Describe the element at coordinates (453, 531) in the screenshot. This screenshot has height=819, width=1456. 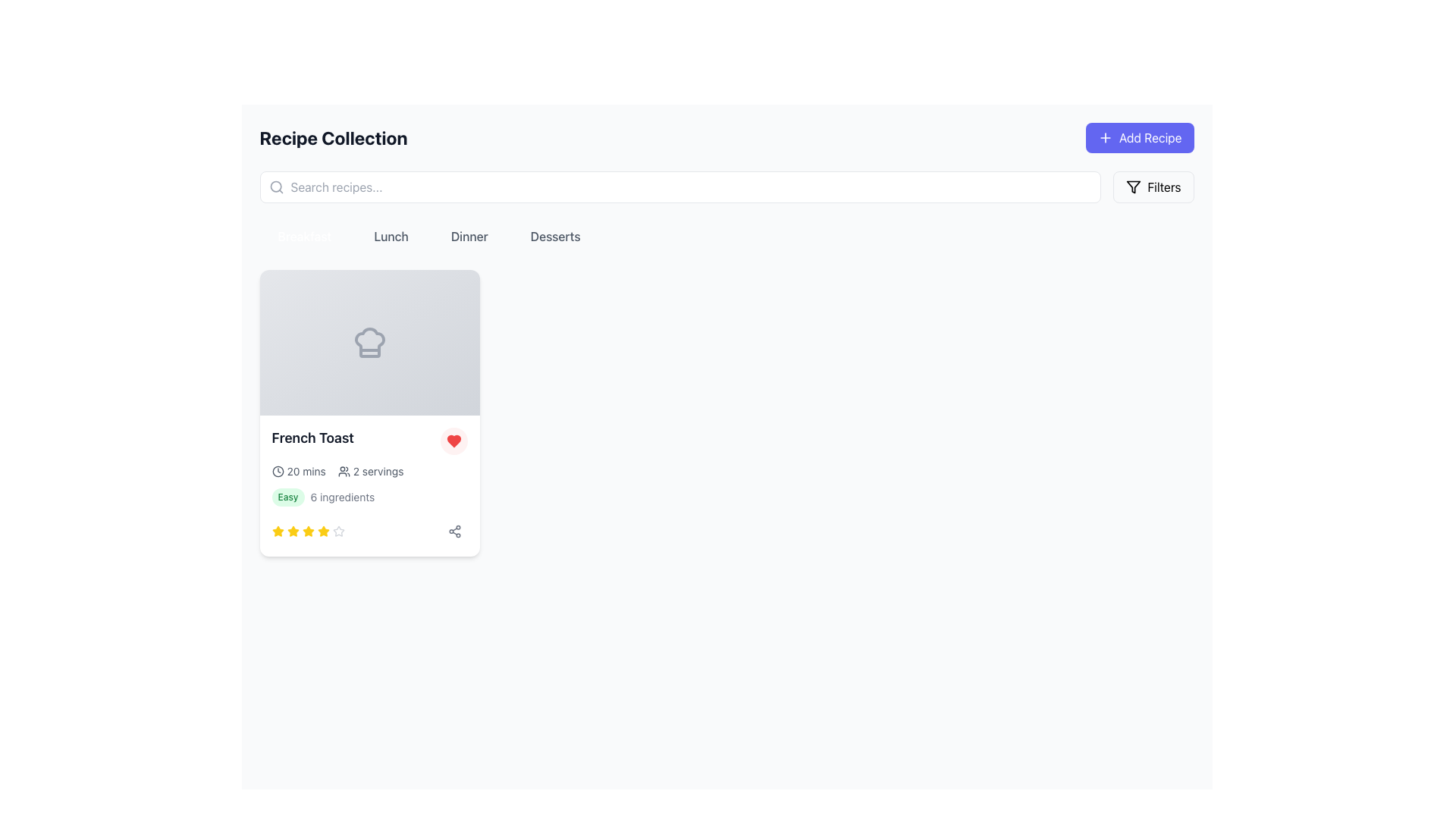
I see `the sharing button located in the bottom-right corner of the 'French Toast' recipe card, positioned to the right of the star rating icons` at that location.